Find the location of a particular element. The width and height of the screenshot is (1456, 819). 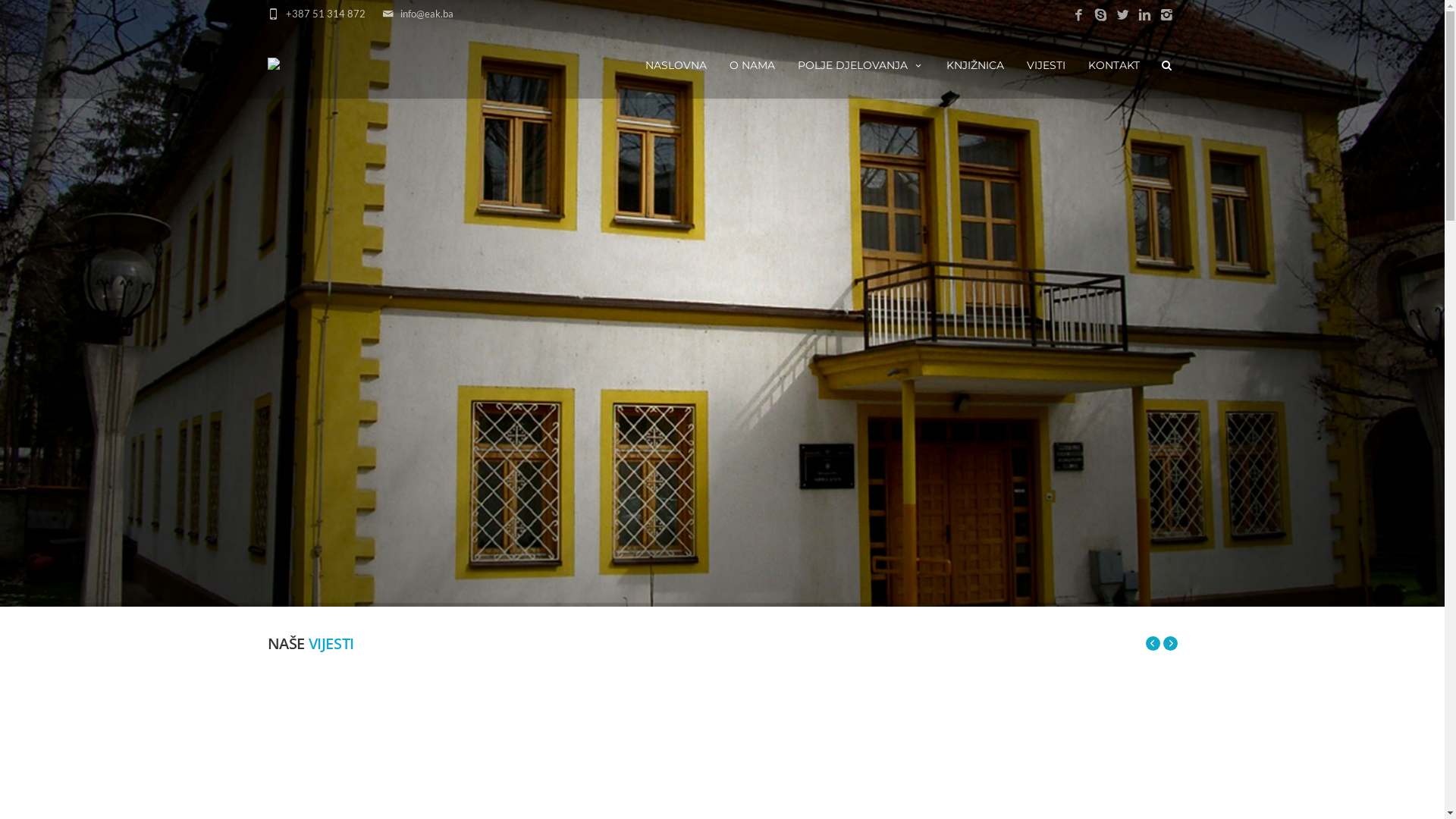

'www.eak.ba' is located at coordinates (441, 790).